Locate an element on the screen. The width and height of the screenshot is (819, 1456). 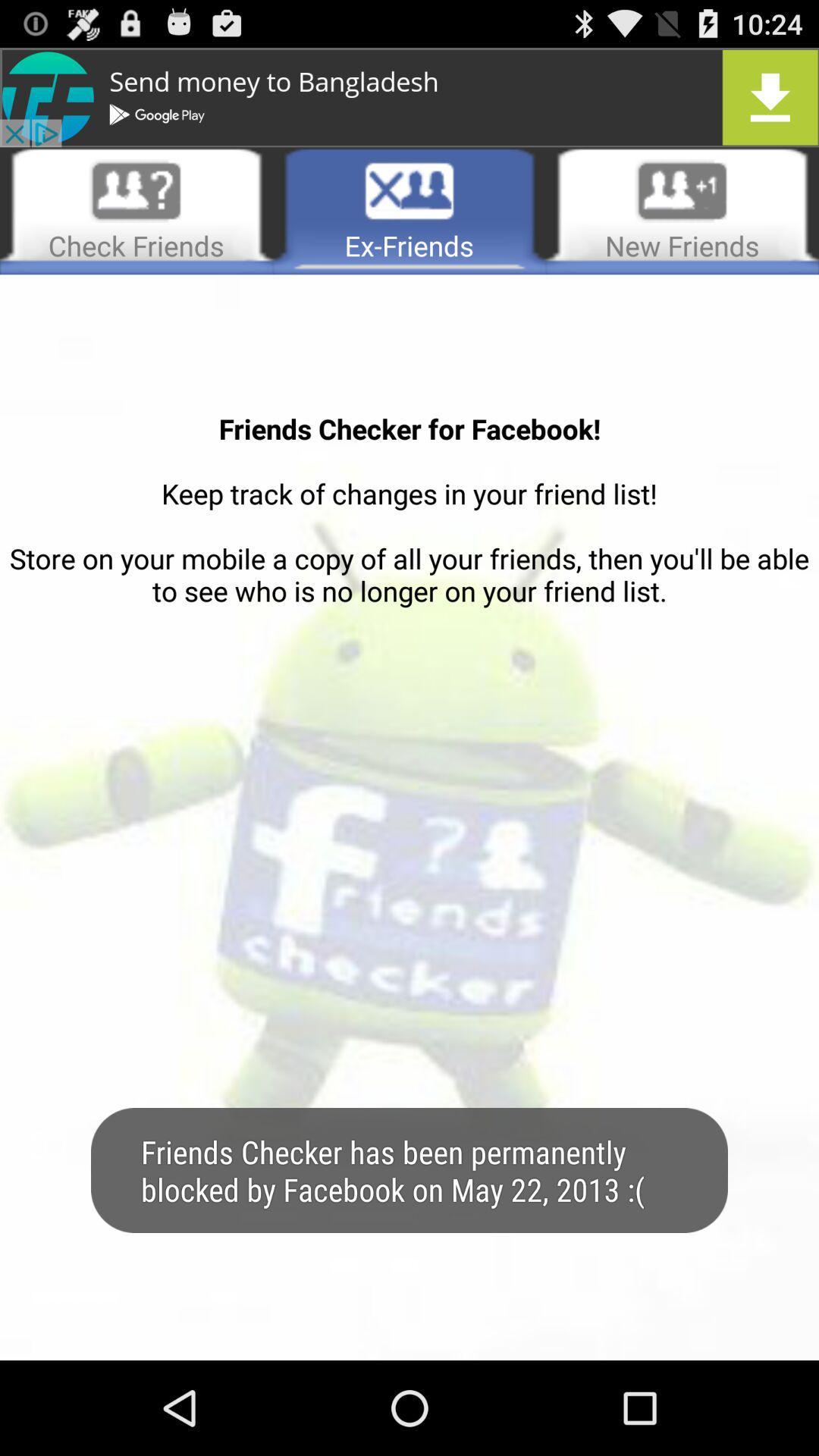
advertisement is located at coordinates (409, 96).